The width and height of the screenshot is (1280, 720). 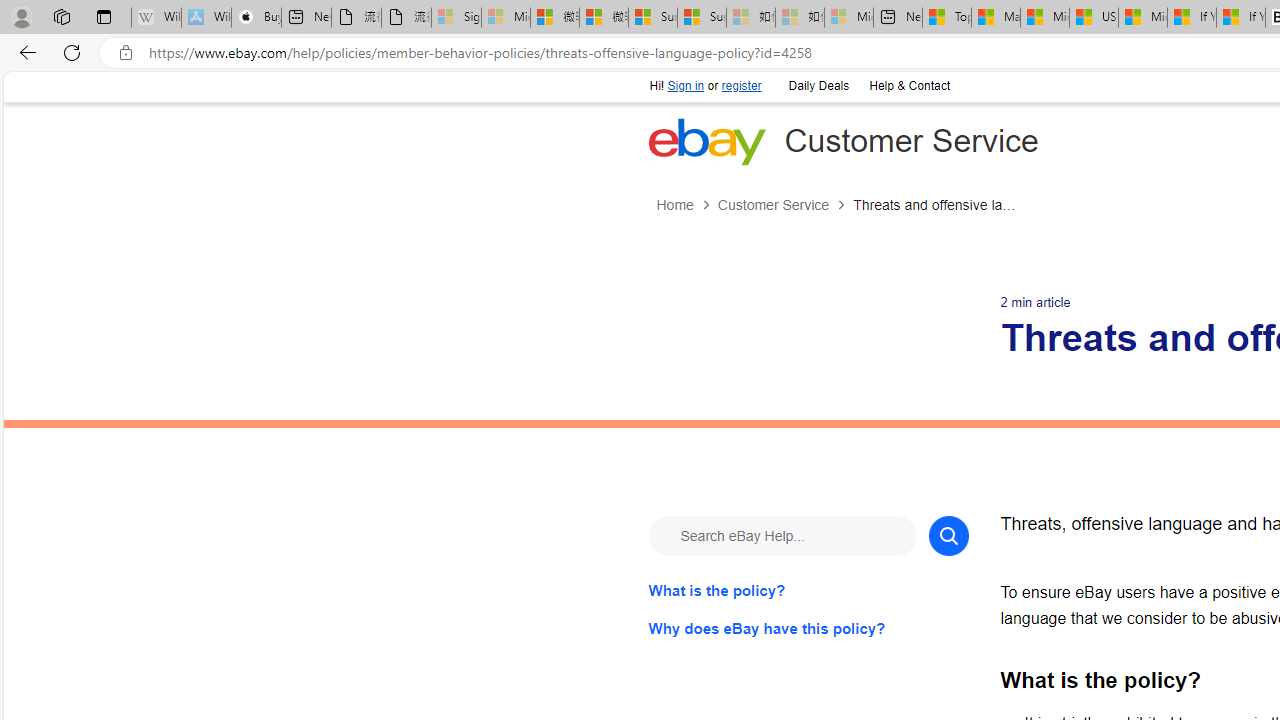 I want to click on 'View site information', so click(x=125, y=52).